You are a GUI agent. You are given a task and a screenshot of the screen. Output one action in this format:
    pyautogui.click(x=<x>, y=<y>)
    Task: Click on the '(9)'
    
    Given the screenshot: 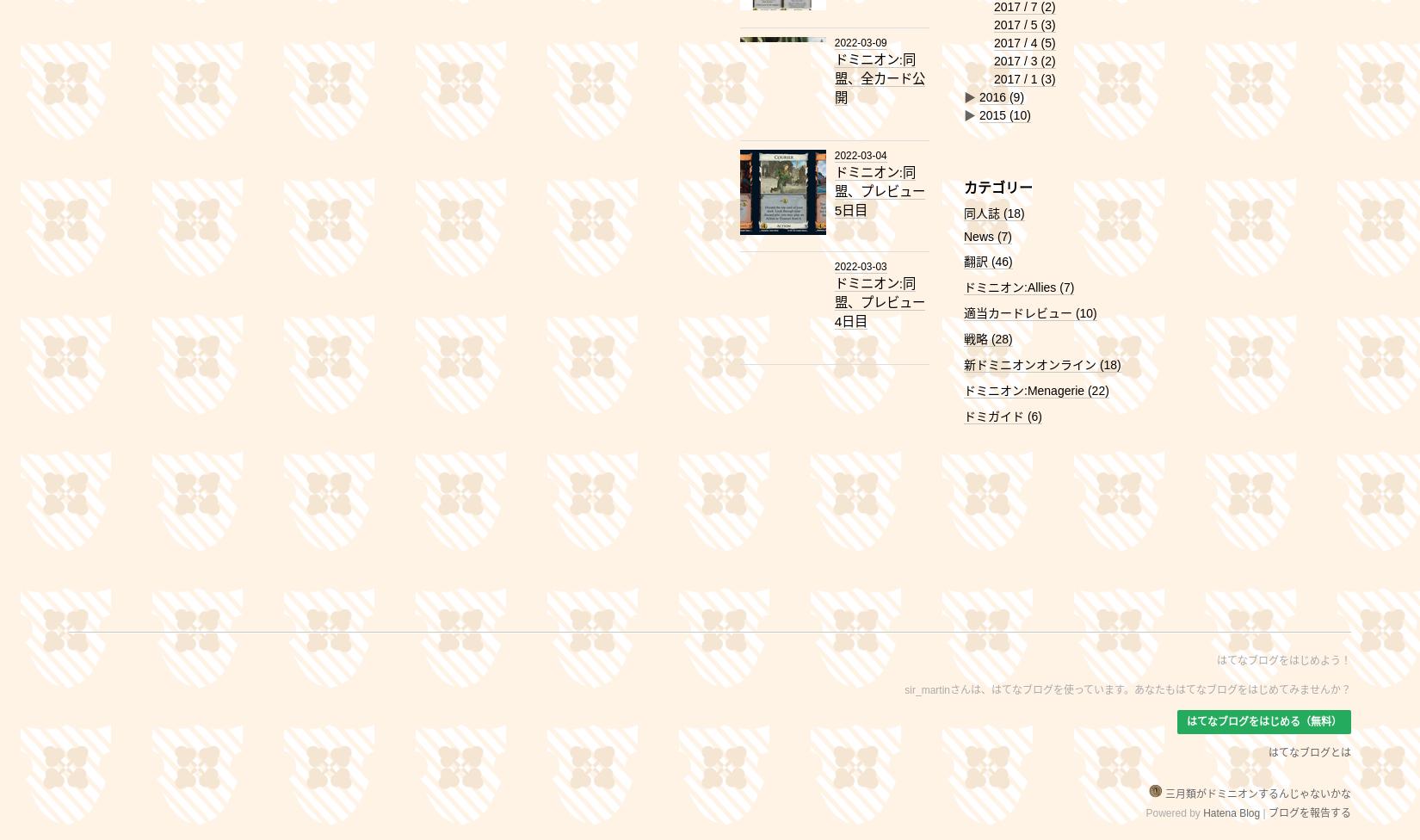 What is the action you would take?
    pyautogui.click(x=1016, y=97)
    